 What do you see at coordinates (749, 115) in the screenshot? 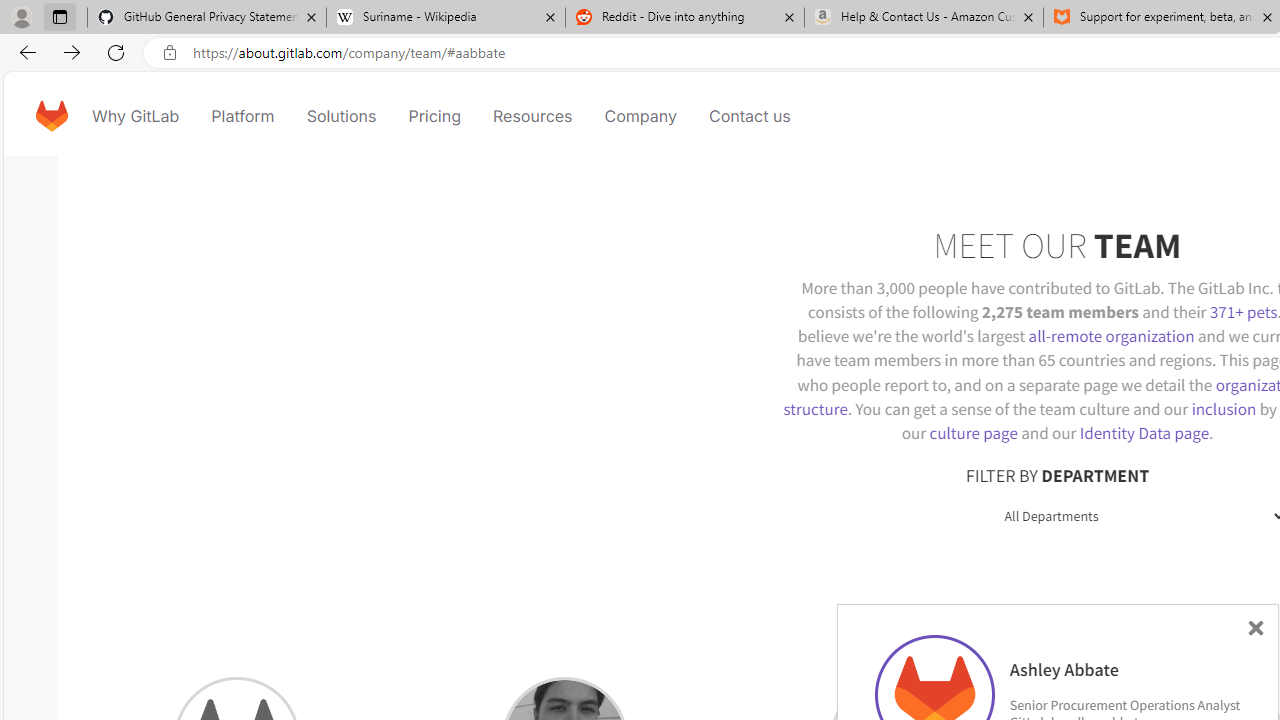
I see `'Contact us'` at bounding box center [749, 115].